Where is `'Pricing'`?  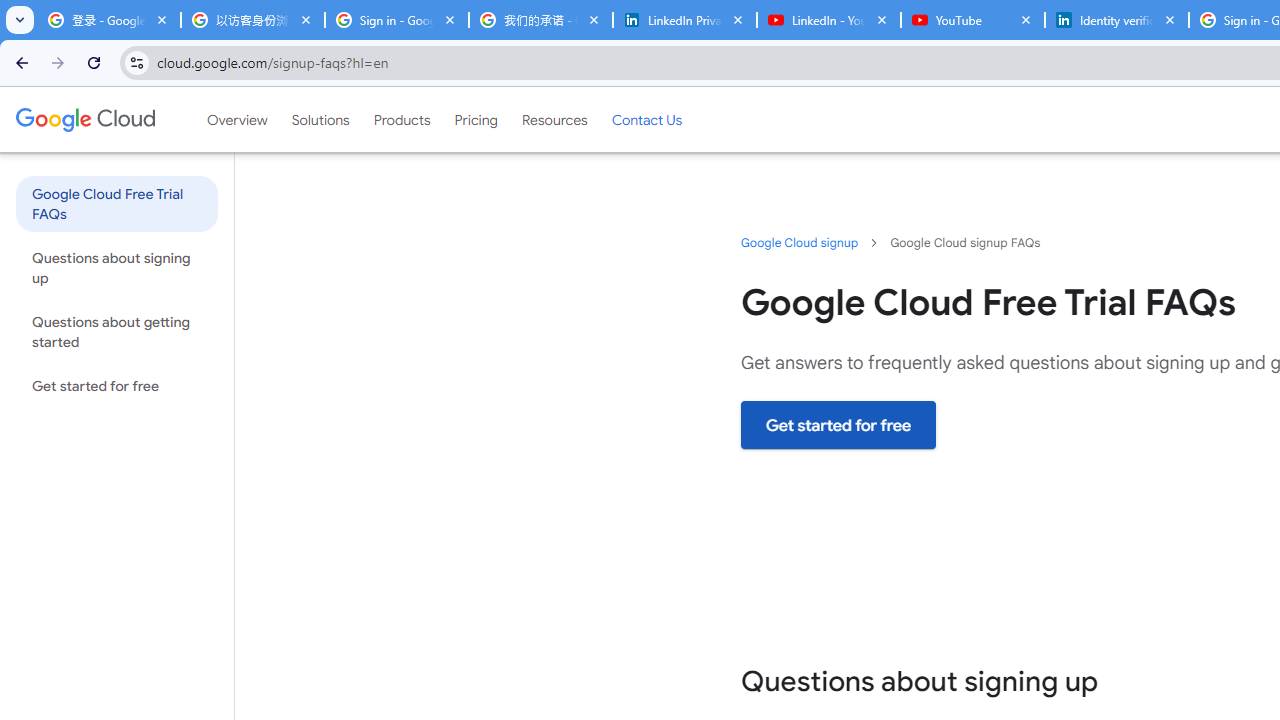 'Pricing' is located at coordinates (475, 119).